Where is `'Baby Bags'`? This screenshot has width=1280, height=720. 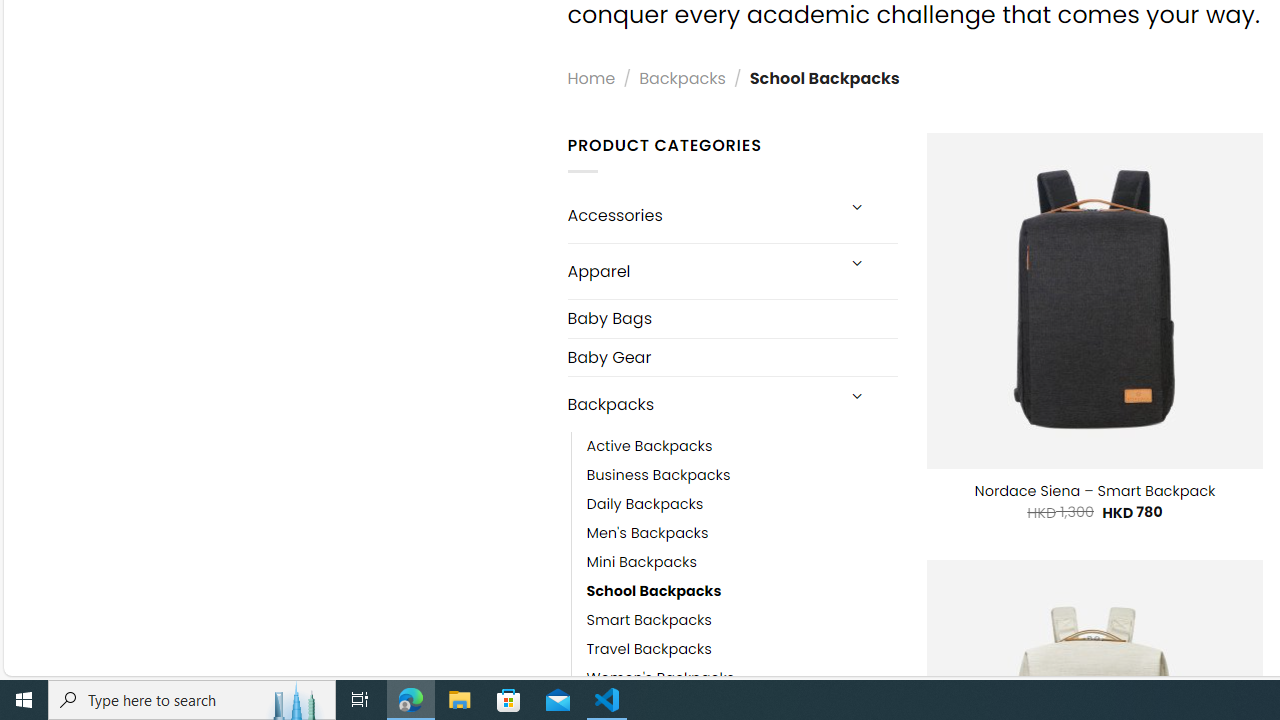
'Baby Bags' is located at coordinates (731, 317).